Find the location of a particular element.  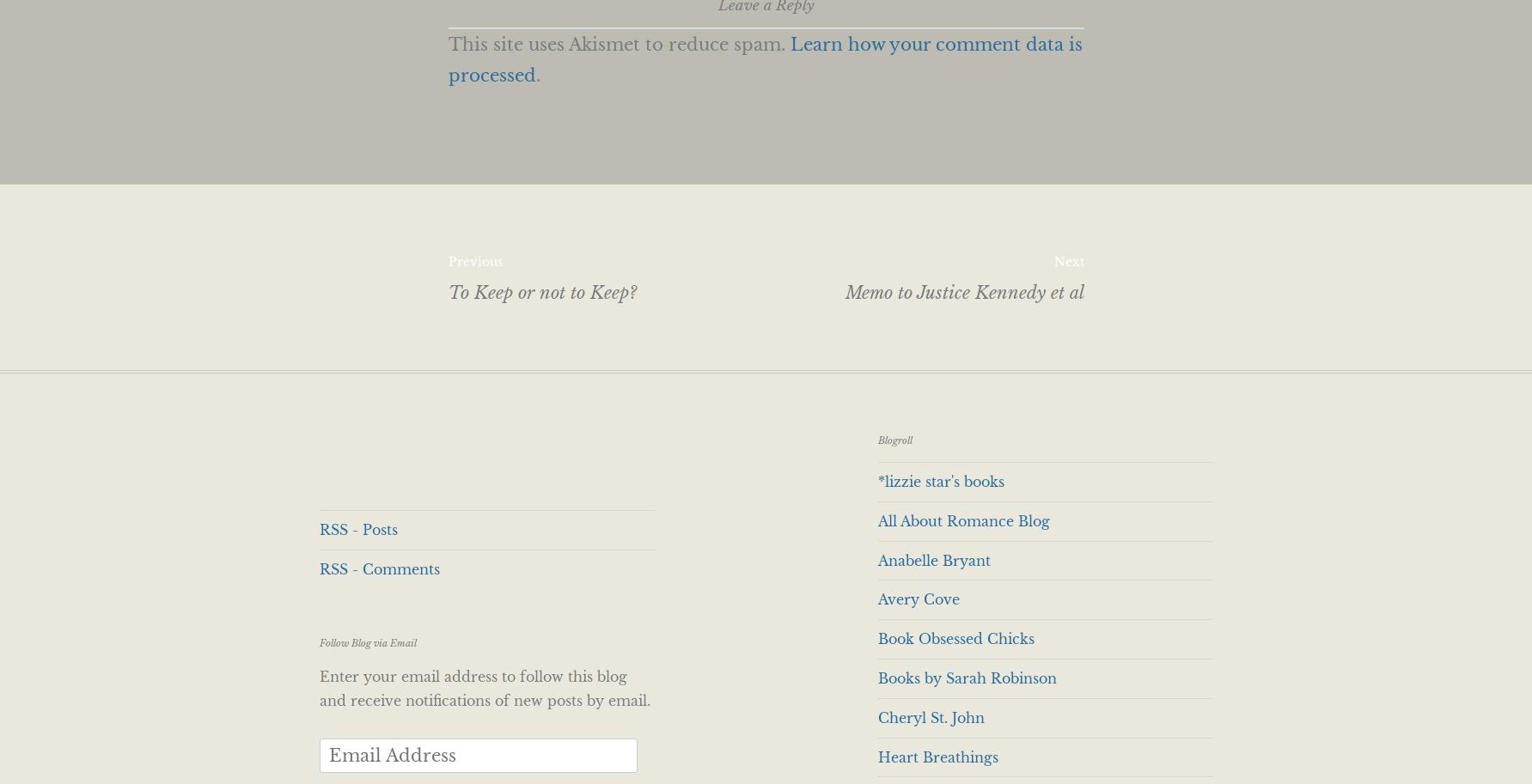

'Books by Sarah Robinson' is located at coordinates (876, 678).